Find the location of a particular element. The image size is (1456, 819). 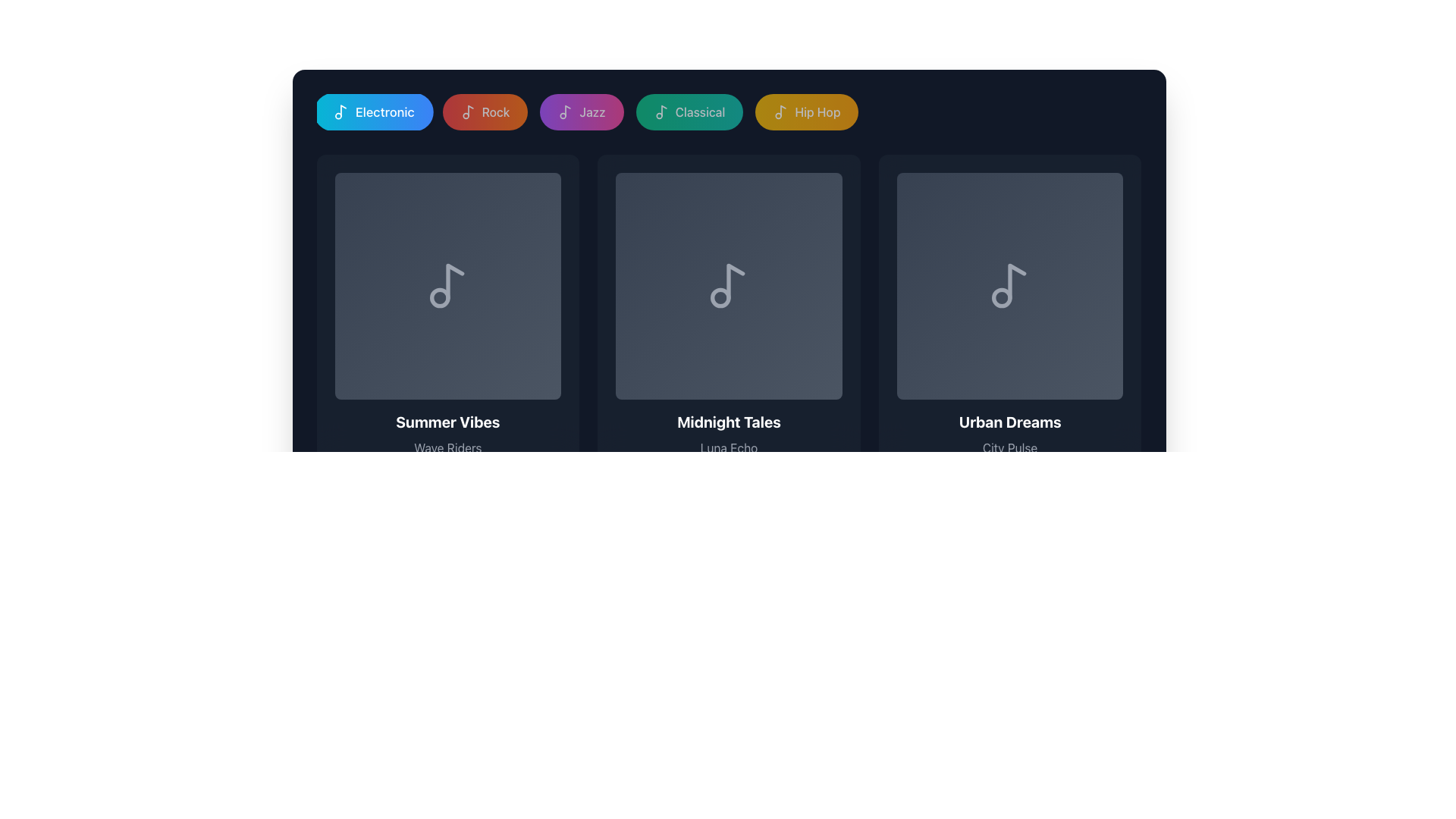

the musical note icon with a circular base and a straight upward stem, styled in gray, located in the third card of the last row in a grid of musical note icons is located at coordinates (1010, 286).